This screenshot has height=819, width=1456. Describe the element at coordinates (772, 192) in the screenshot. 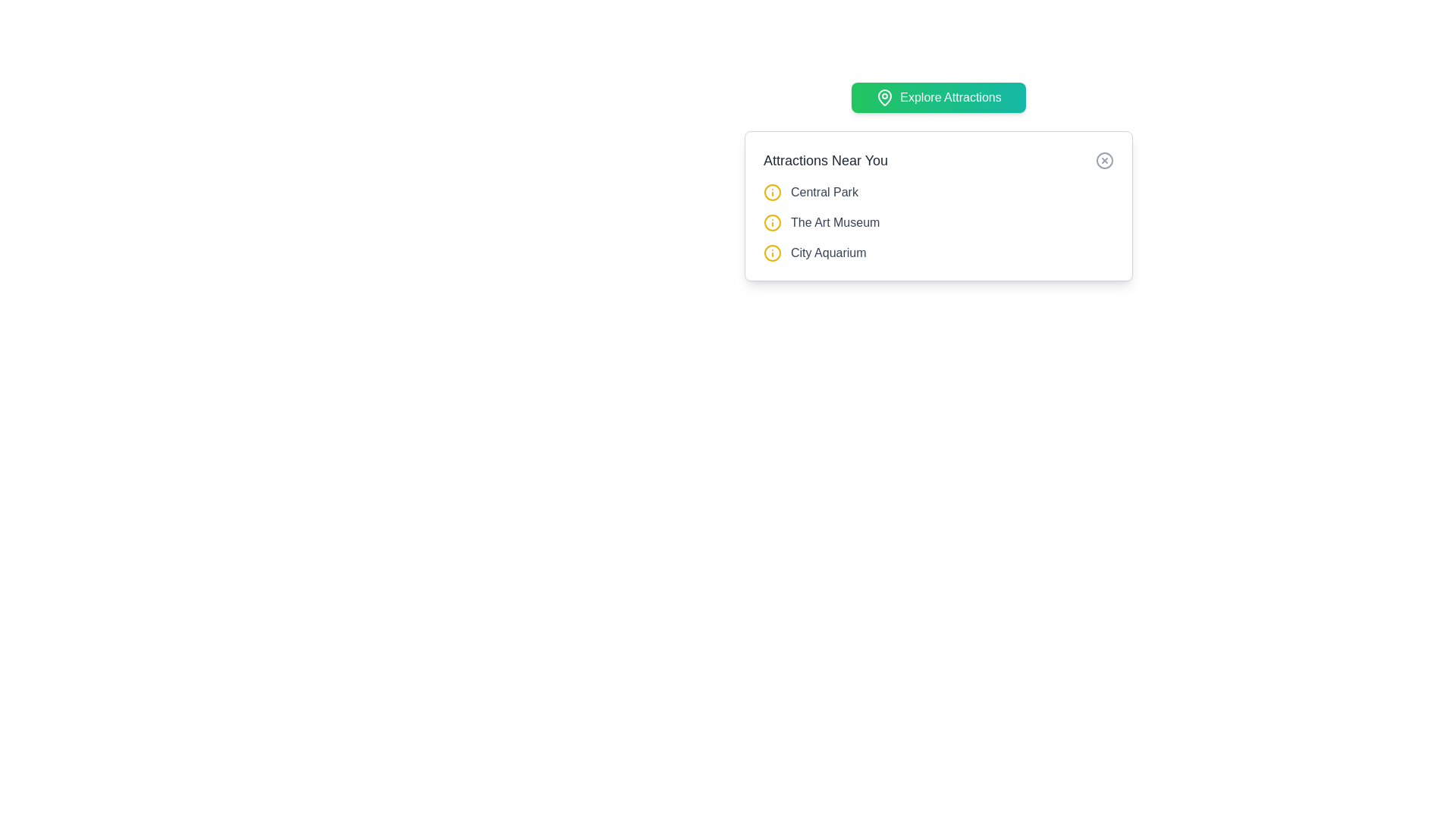

I see `the information icon located to the left of the 'Central Park' text in the 'Attractions Near You' section` at that location.